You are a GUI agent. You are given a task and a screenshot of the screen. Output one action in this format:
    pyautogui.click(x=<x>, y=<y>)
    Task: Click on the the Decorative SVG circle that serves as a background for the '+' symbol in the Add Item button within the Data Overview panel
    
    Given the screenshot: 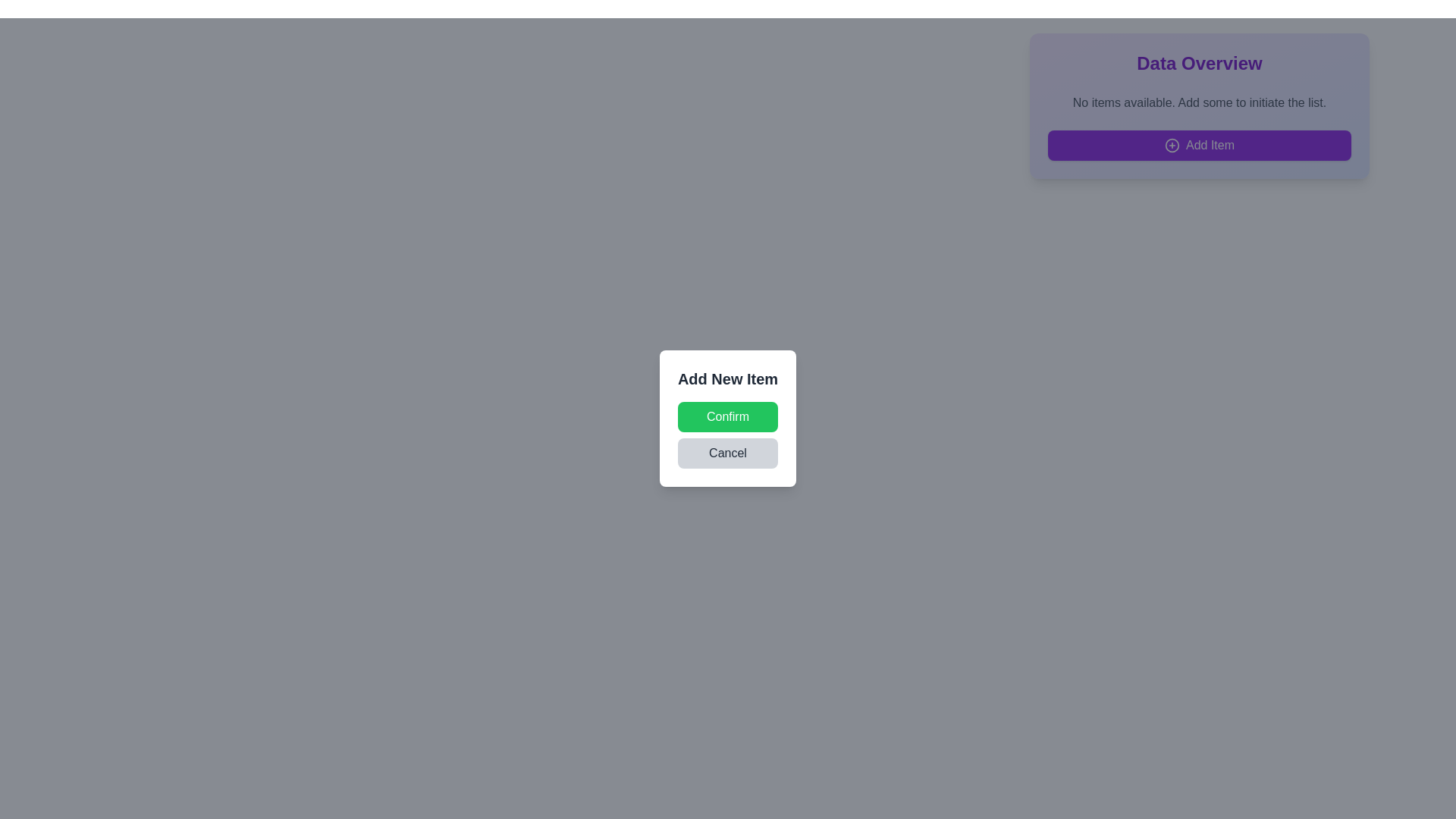 What is the action you would take?
    pyautogui.click(x=1171, y=146)
    